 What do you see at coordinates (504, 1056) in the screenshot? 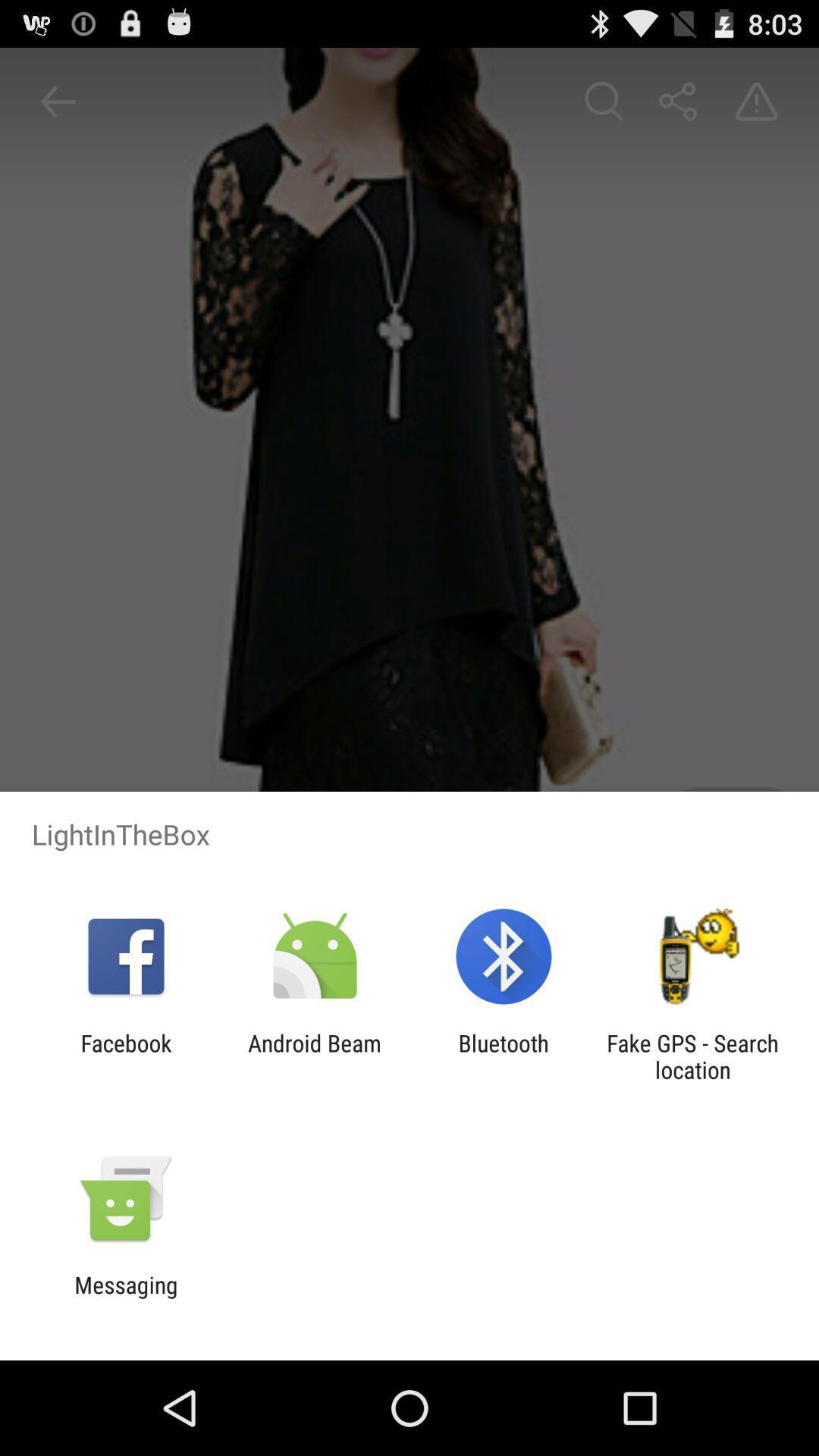
I see `icon next to android beam item` at bounding box center [504, 1056].